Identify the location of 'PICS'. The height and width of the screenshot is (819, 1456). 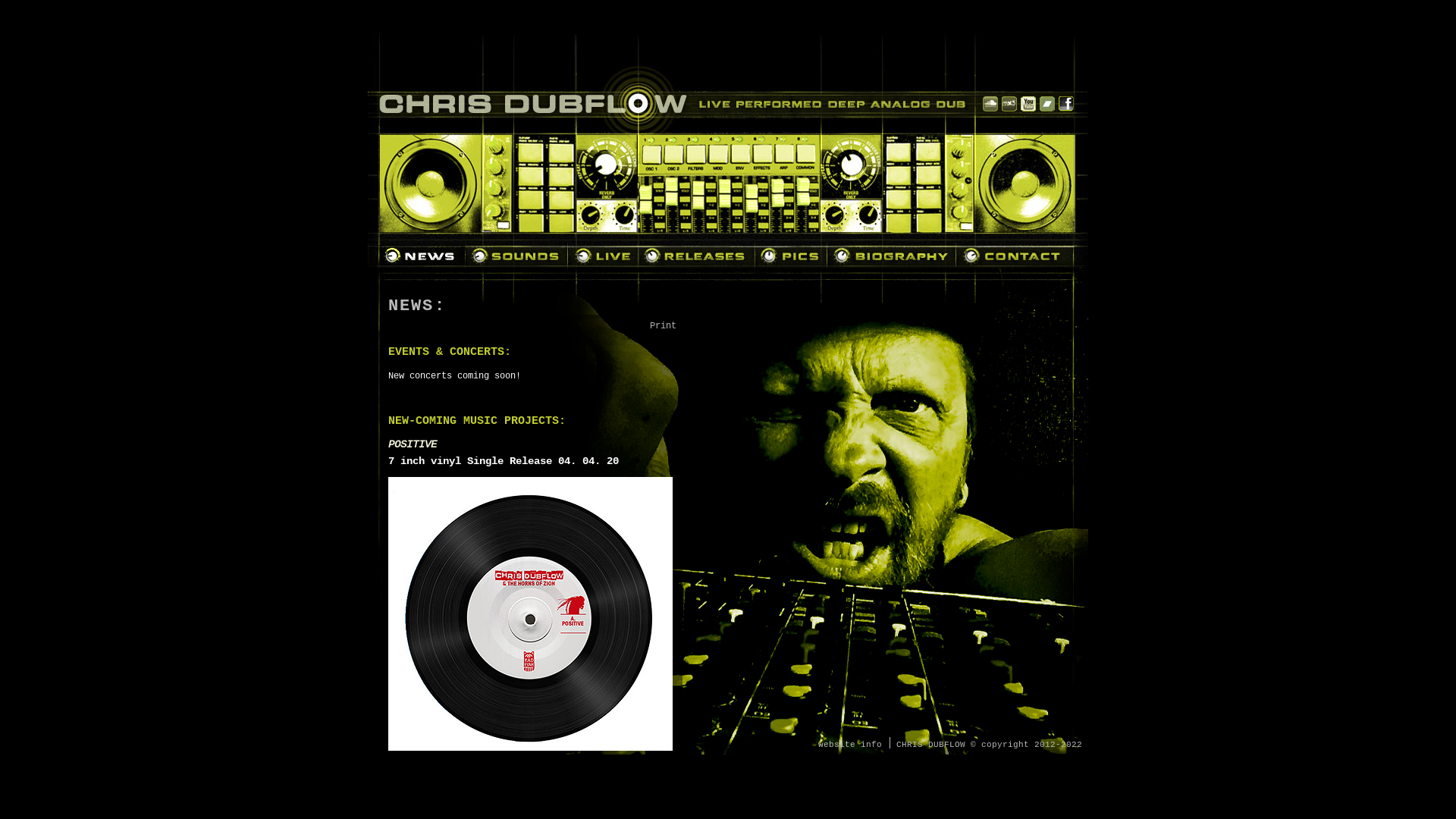
(755, 256).